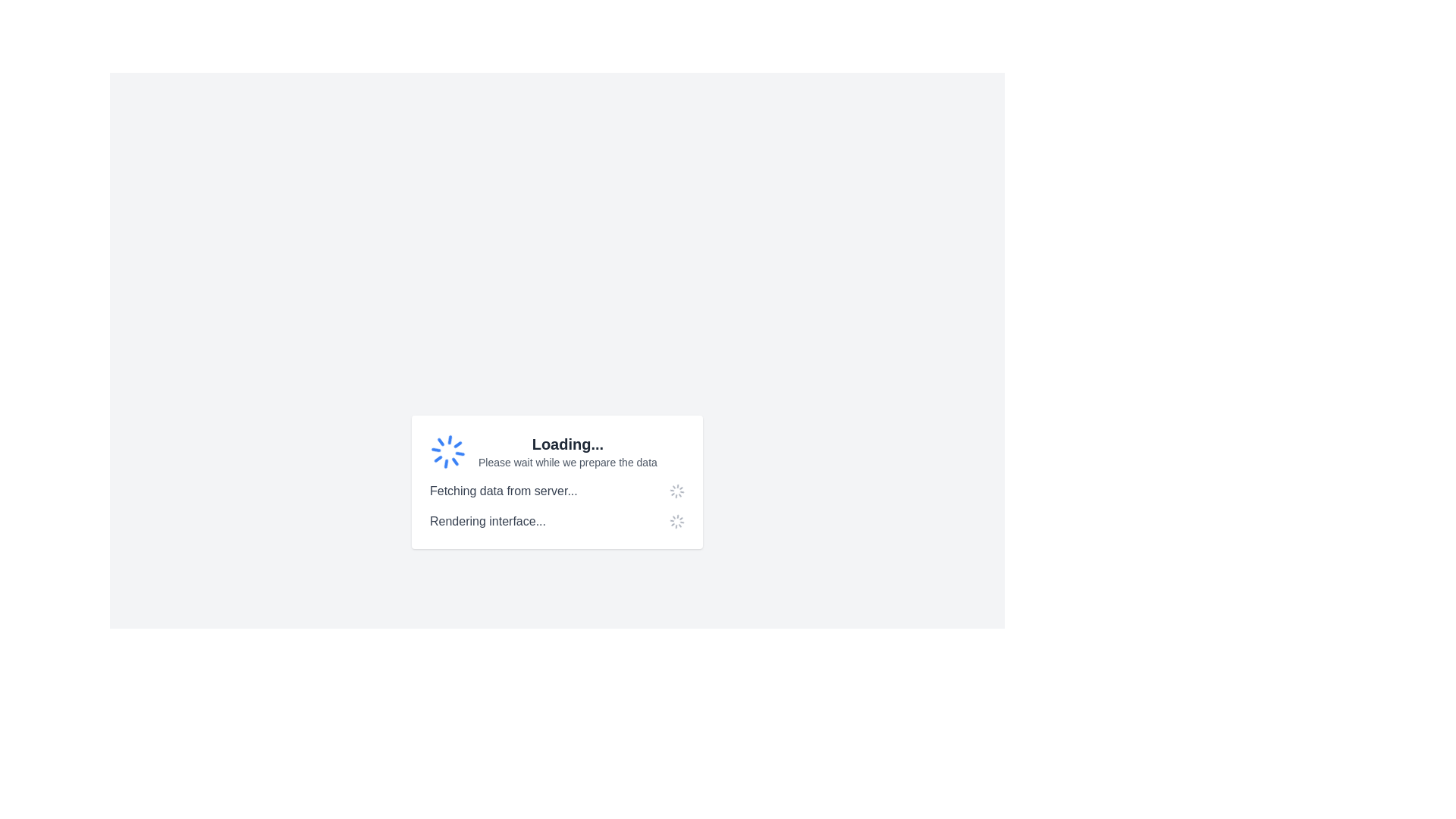 The width and height of the screenshot is (1456, 819). I want to click on the status indicator text label located at the bottom of the loading modal, positioned to the left of the spinner icon, so click(488, 520).